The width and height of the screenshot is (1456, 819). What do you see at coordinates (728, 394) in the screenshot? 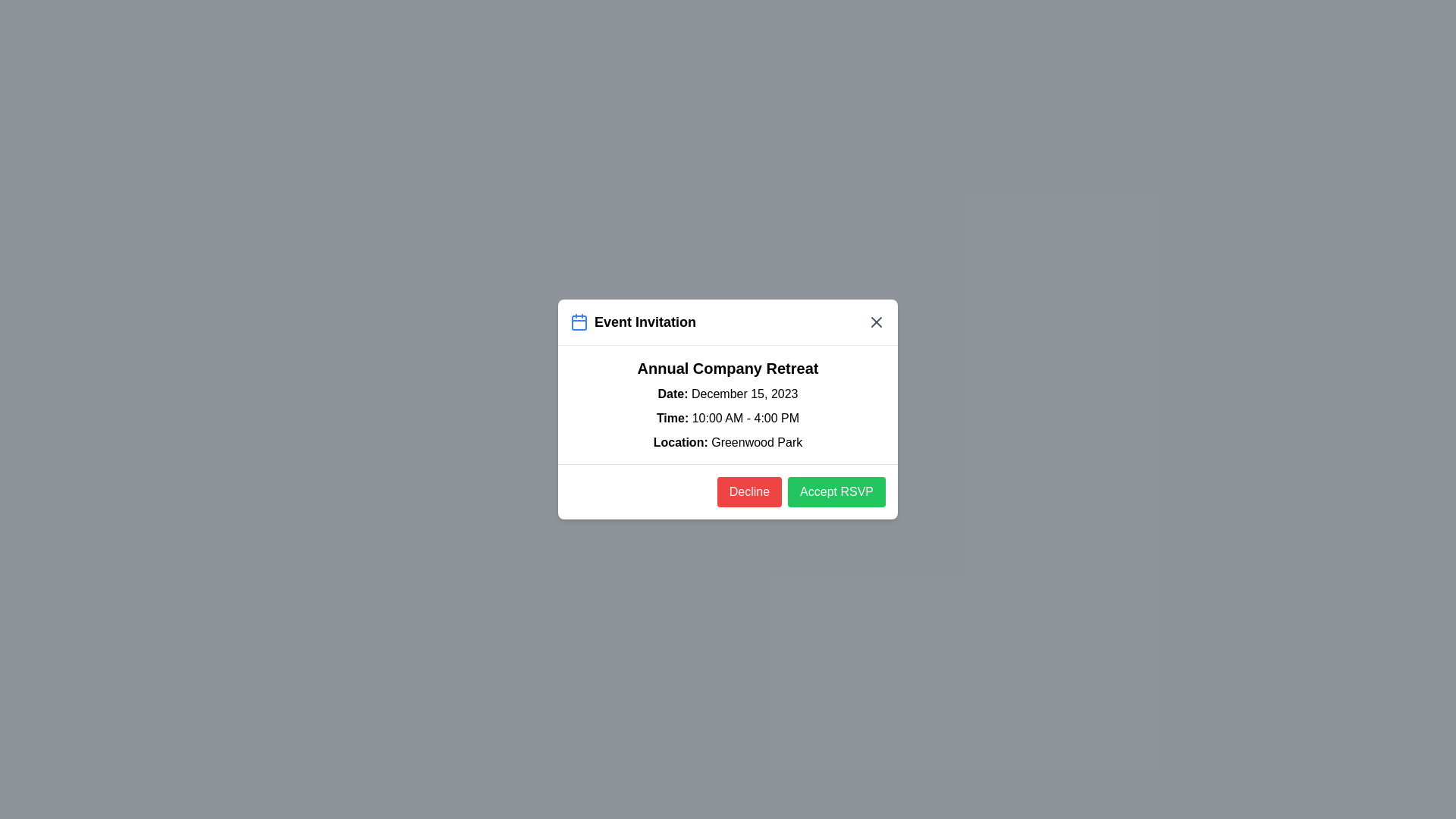
I see `the static text display showing the event date within the 'Event Invitation' dialog box, which is located above the time information` at bounding box center [728, 394].